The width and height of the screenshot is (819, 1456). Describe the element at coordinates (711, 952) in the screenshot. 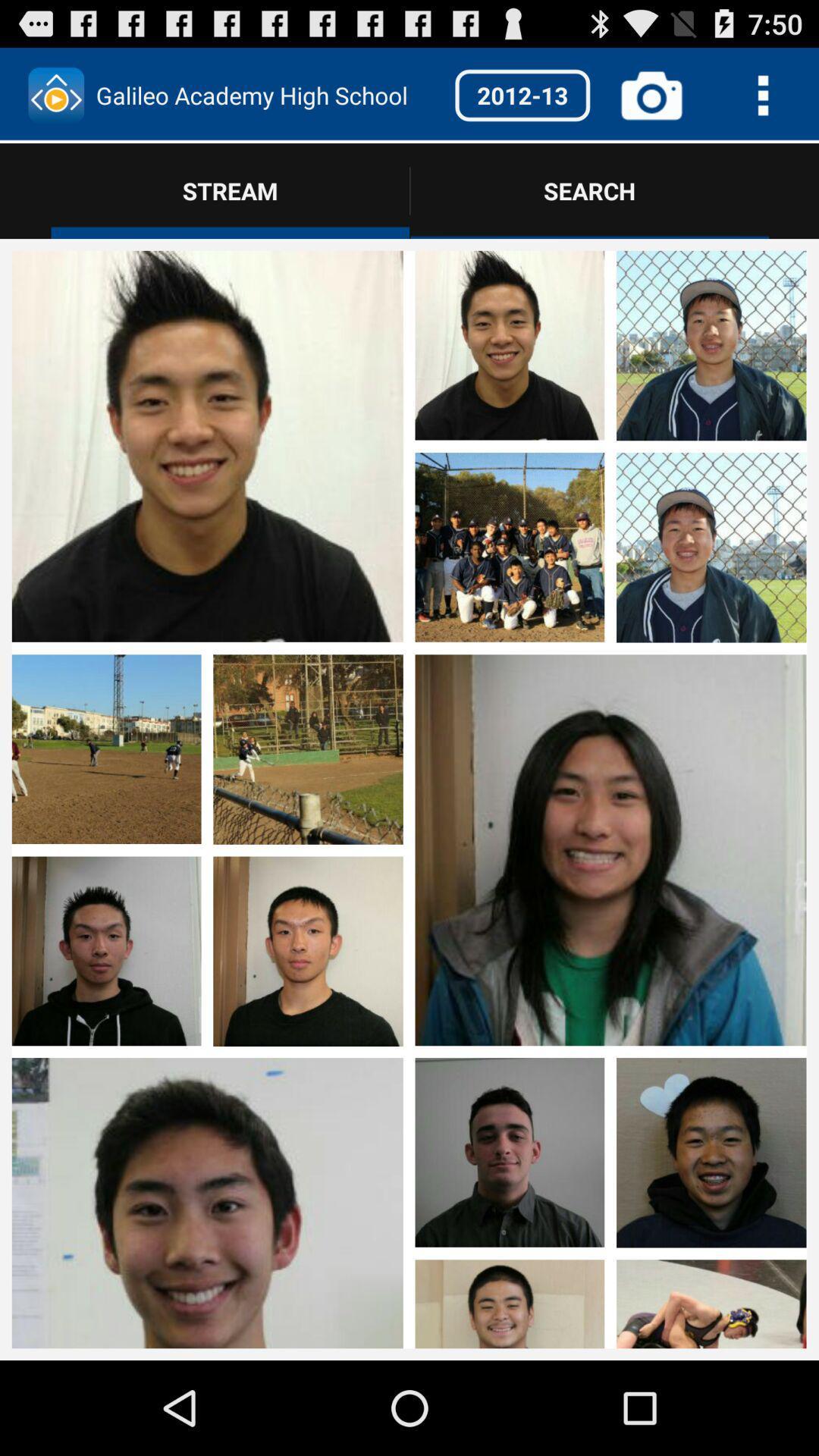

I see `enlarge photo` at that location.